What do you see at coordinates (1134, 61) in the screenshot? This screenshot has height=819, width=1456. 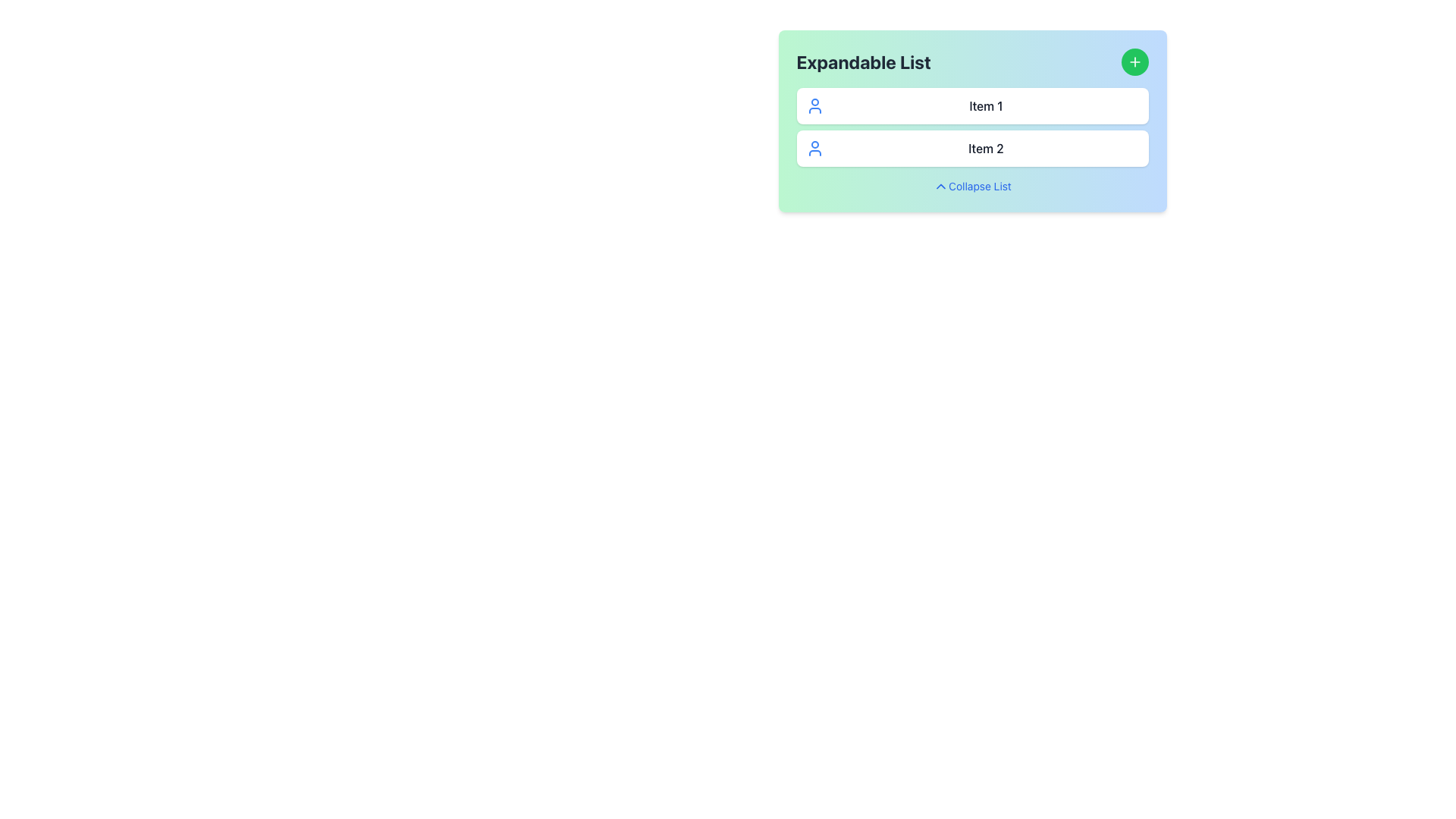 I see `the green circular button with a plus icon located in the top-right corner of the 'Expandable List' card` at bounding box center [1134, 61].